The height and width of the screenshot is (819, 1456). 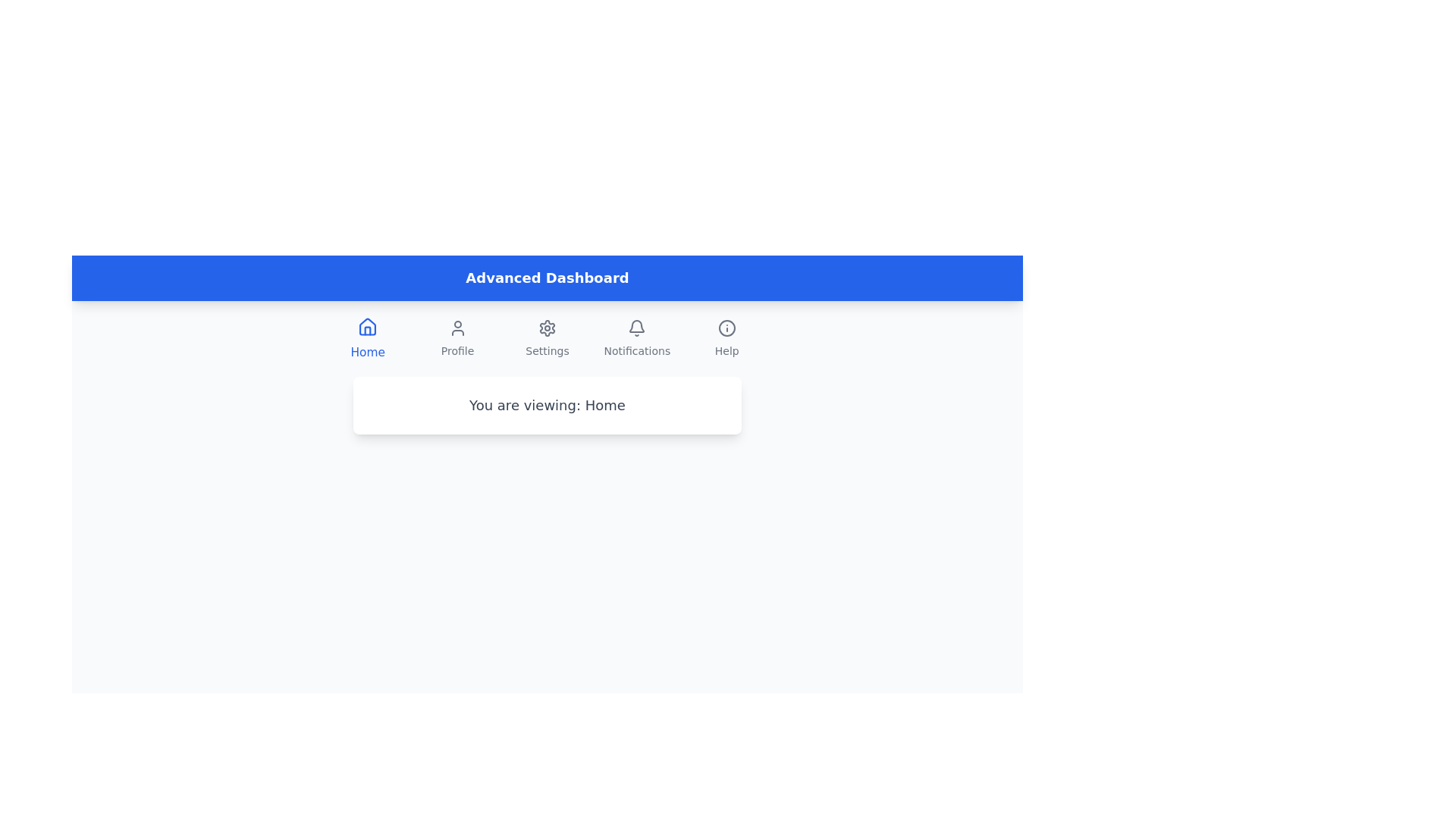 I want to click on the user profile icon in the navigation bar, which is the second element after 'Home' and above the word 'Profile', so click(x=457, y=327).